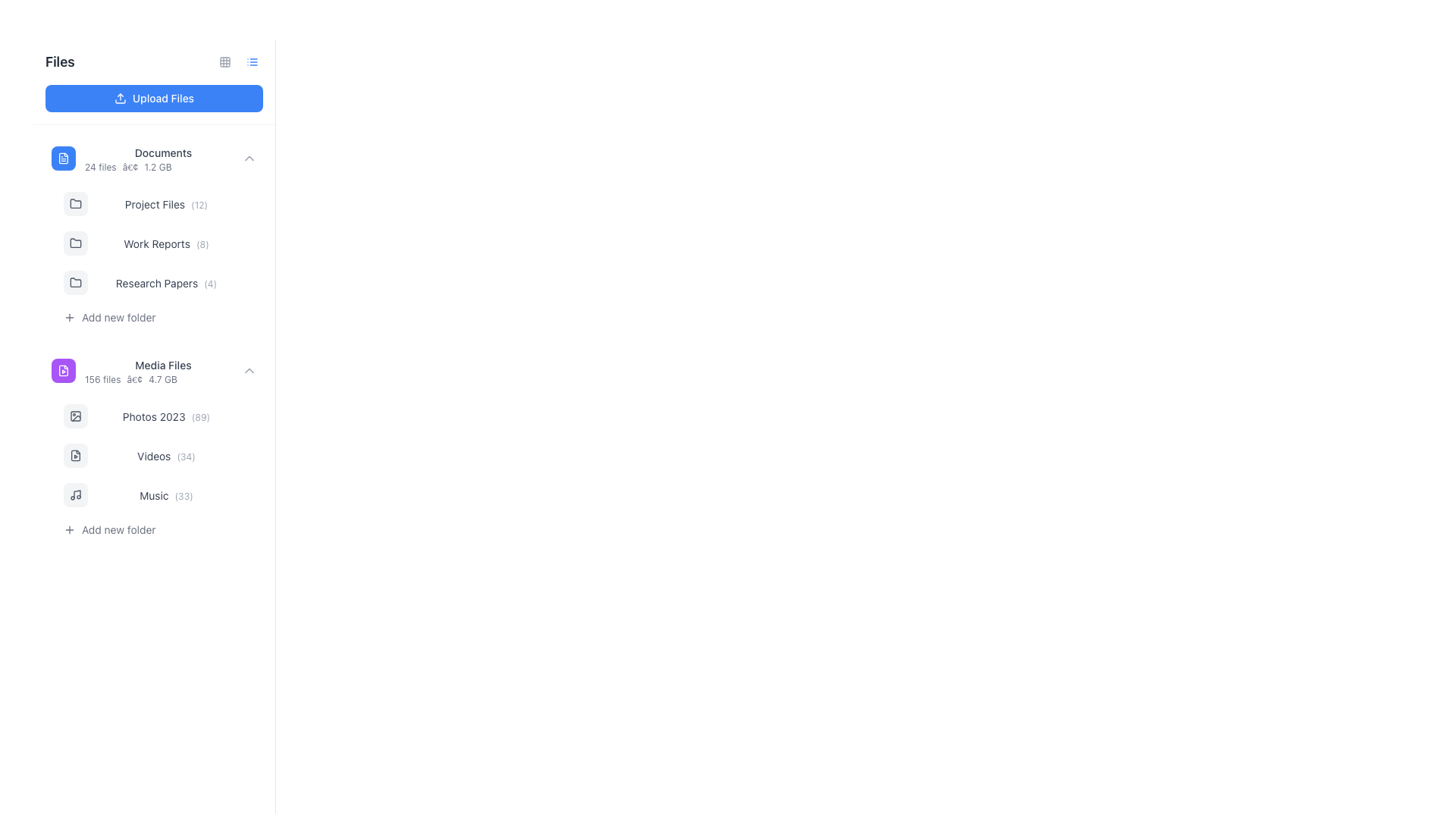 This screenshot has width=1456, height=819. I want to click on the button that adds a new folder under the 'Documents' category, located directly below the 'Research Papers (4)' entry, so click(160, 317).